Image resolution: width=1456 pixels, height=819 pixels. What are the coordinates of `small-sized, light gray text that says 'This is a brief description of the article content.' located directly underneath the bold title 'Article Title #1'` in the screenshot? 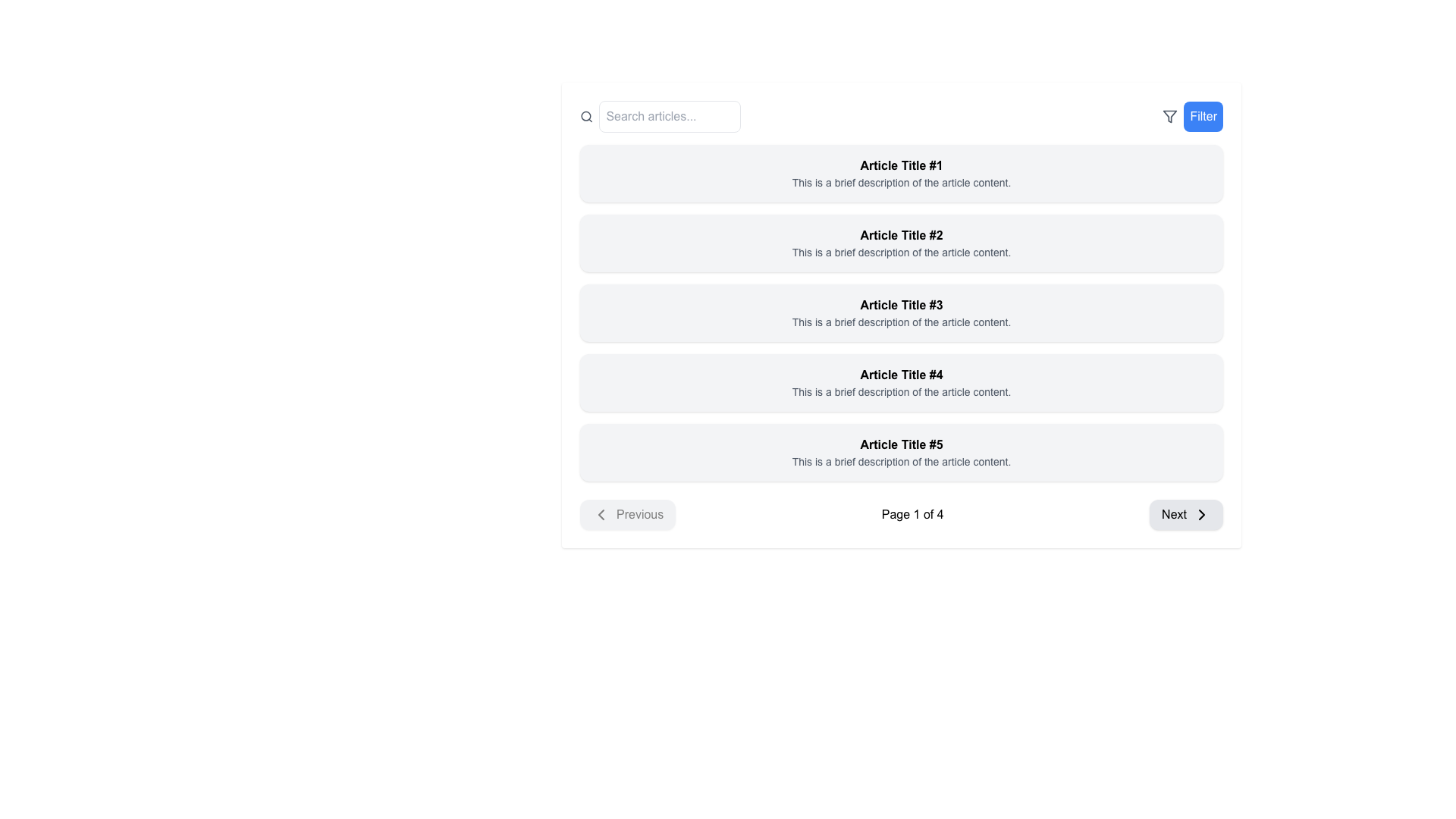 It's located at (902, 181).